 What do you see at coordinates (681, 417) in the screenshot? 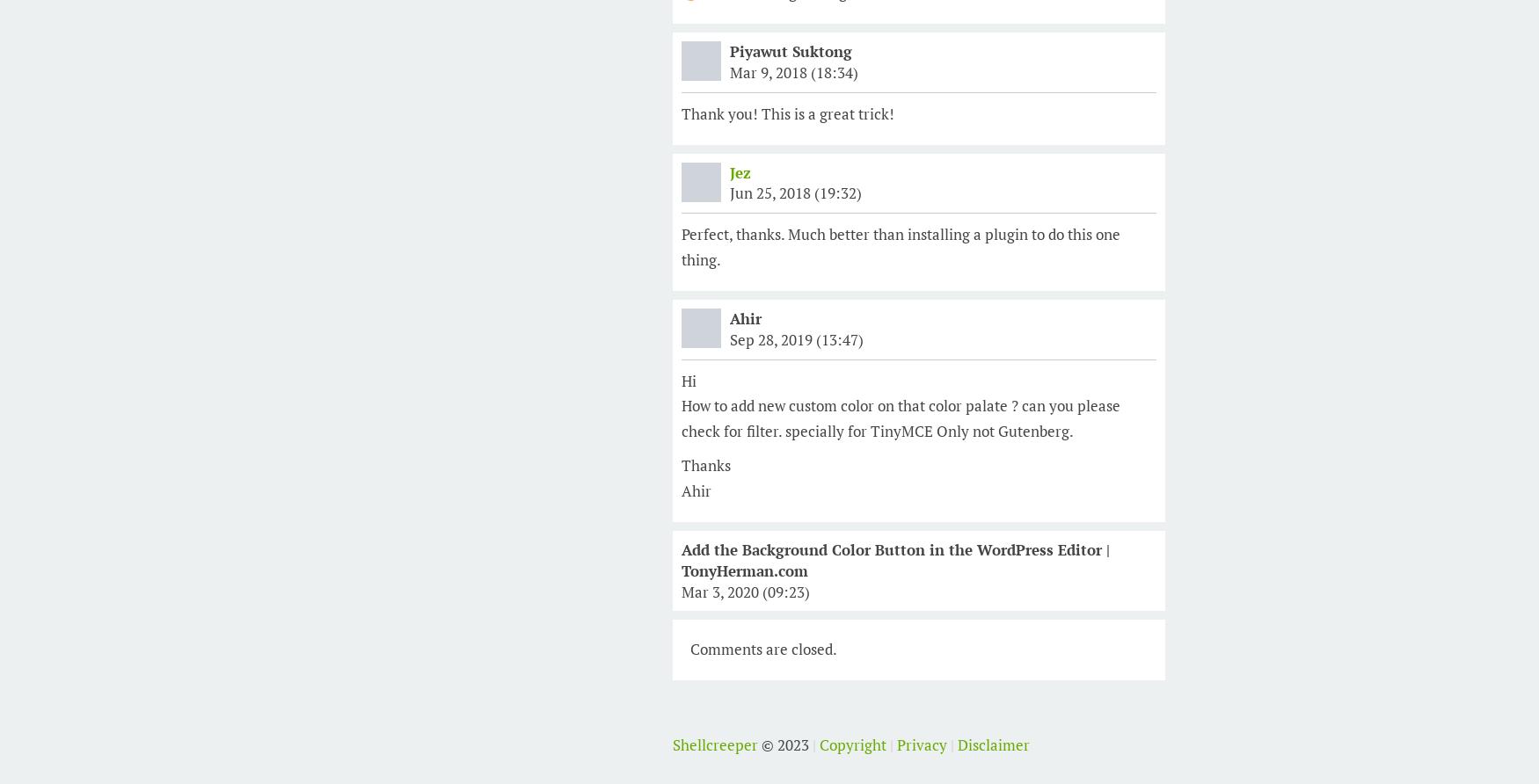
I see `'How to add new custom color on that color palate ? can you please check for filter. specially for  TinyMCE Only not Gutenberg.'` at bounding box center [681, 417].